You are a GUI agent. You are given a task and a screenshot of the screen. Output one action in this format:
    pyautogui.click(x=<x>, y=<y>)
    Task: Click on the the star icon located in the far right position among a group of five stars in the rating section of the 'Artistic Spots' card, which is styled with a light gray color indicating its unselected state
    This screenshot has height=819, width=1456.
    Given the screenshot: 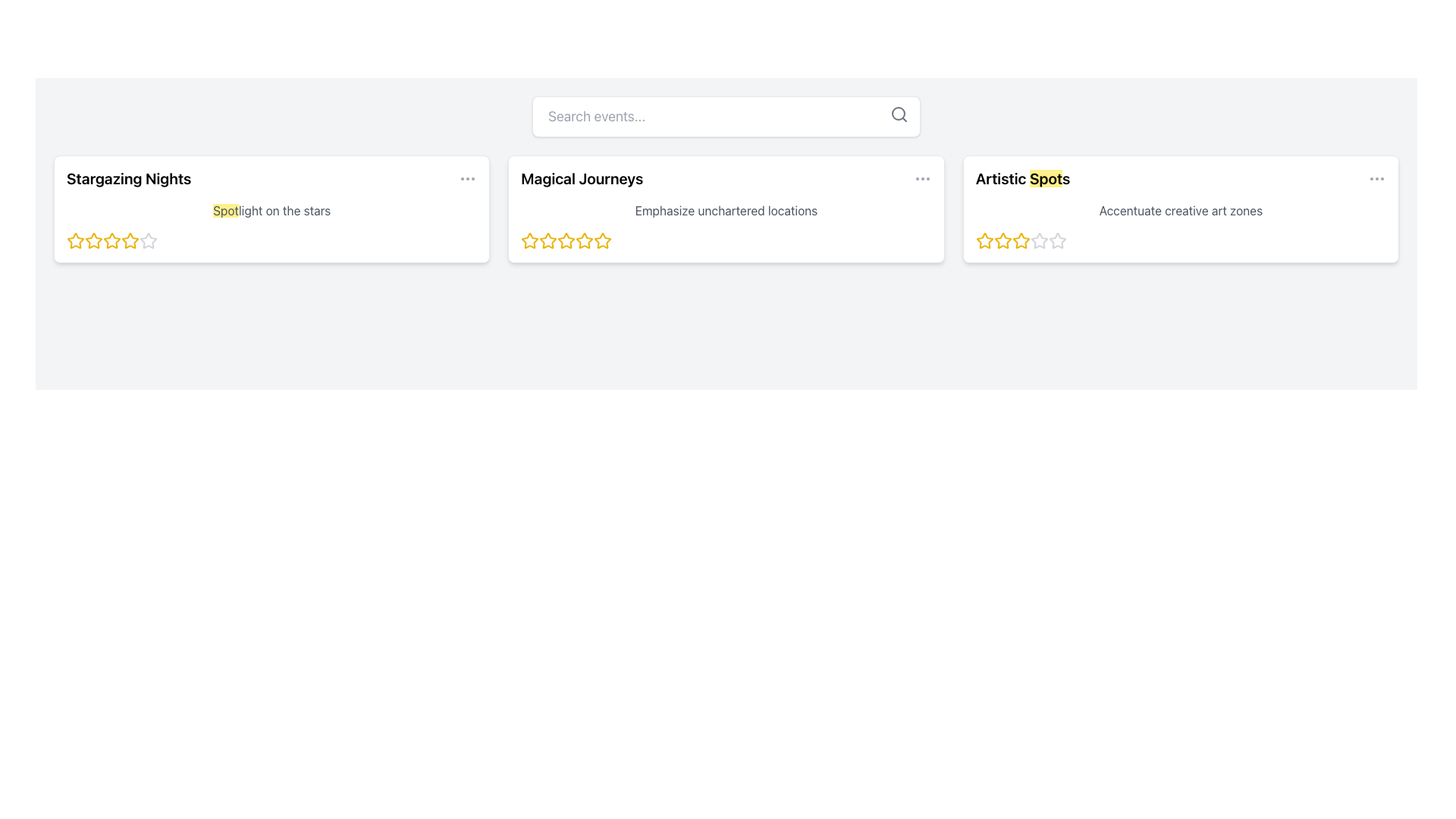 What is the action you would take?
    pyautogui.click(x=1056, y=240)
    